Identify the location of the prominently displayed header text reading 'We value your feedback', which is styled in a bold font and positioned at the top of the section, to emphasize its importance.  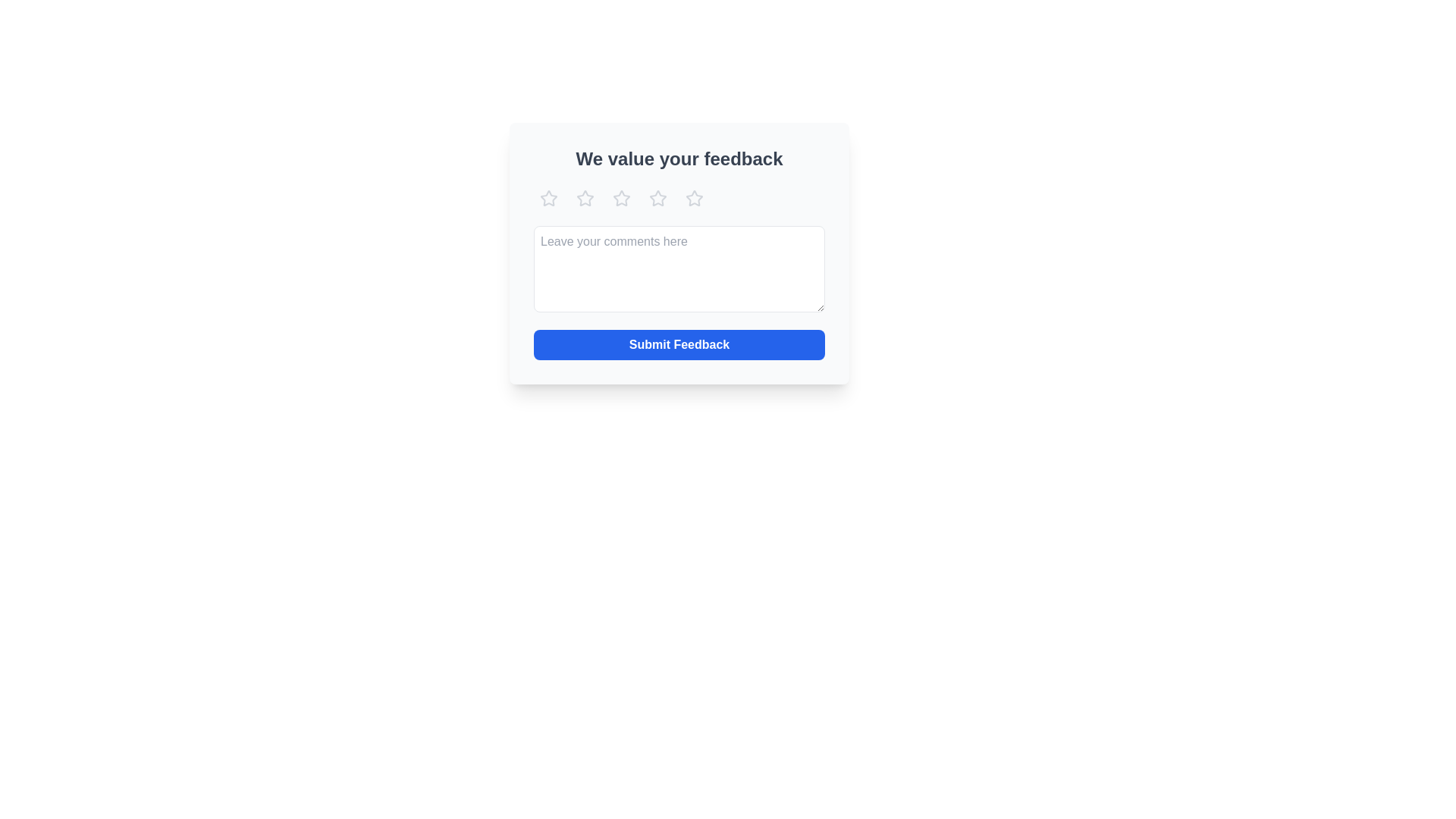
(679, 158).